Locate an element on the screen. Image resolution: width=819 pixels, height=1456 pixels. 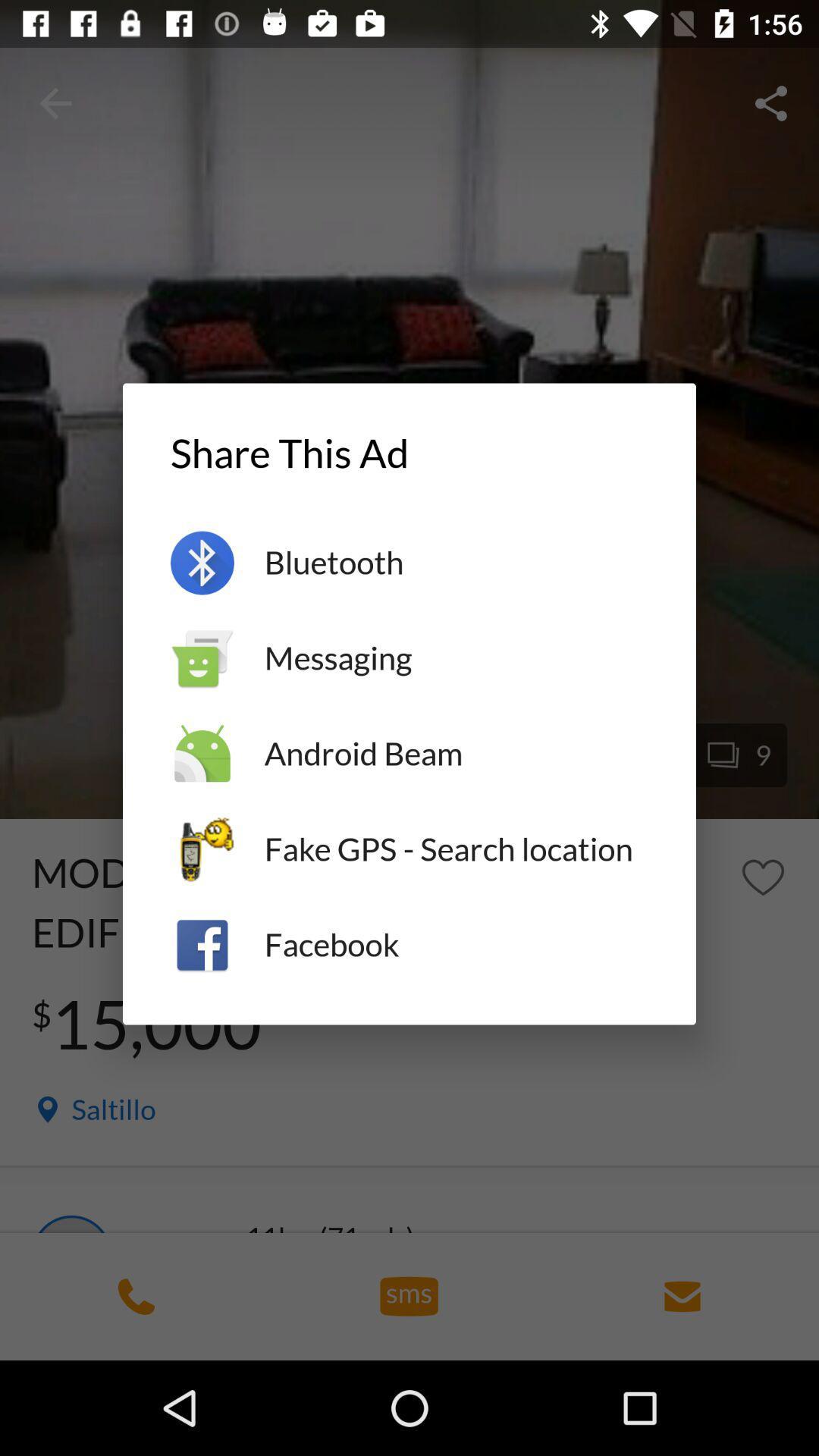
item above messaging item is located at coordinates (455, 562).